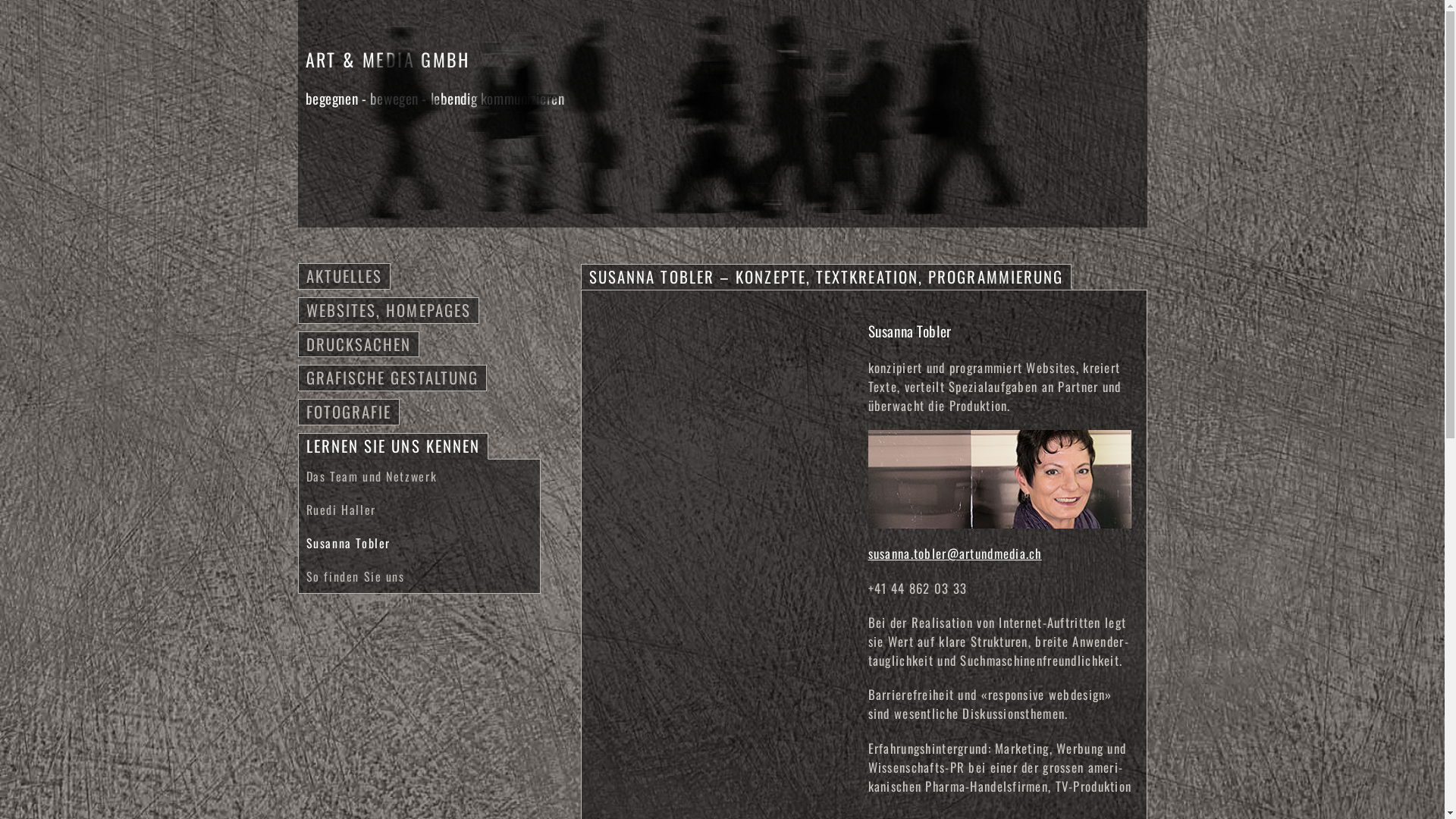 The height and width of the screenshot is (819, 1456). What do you see at coordinates (372, 475) in the screenshot?
I see `'Das Team und Netzwerk'` at bounding box center [372, 475].